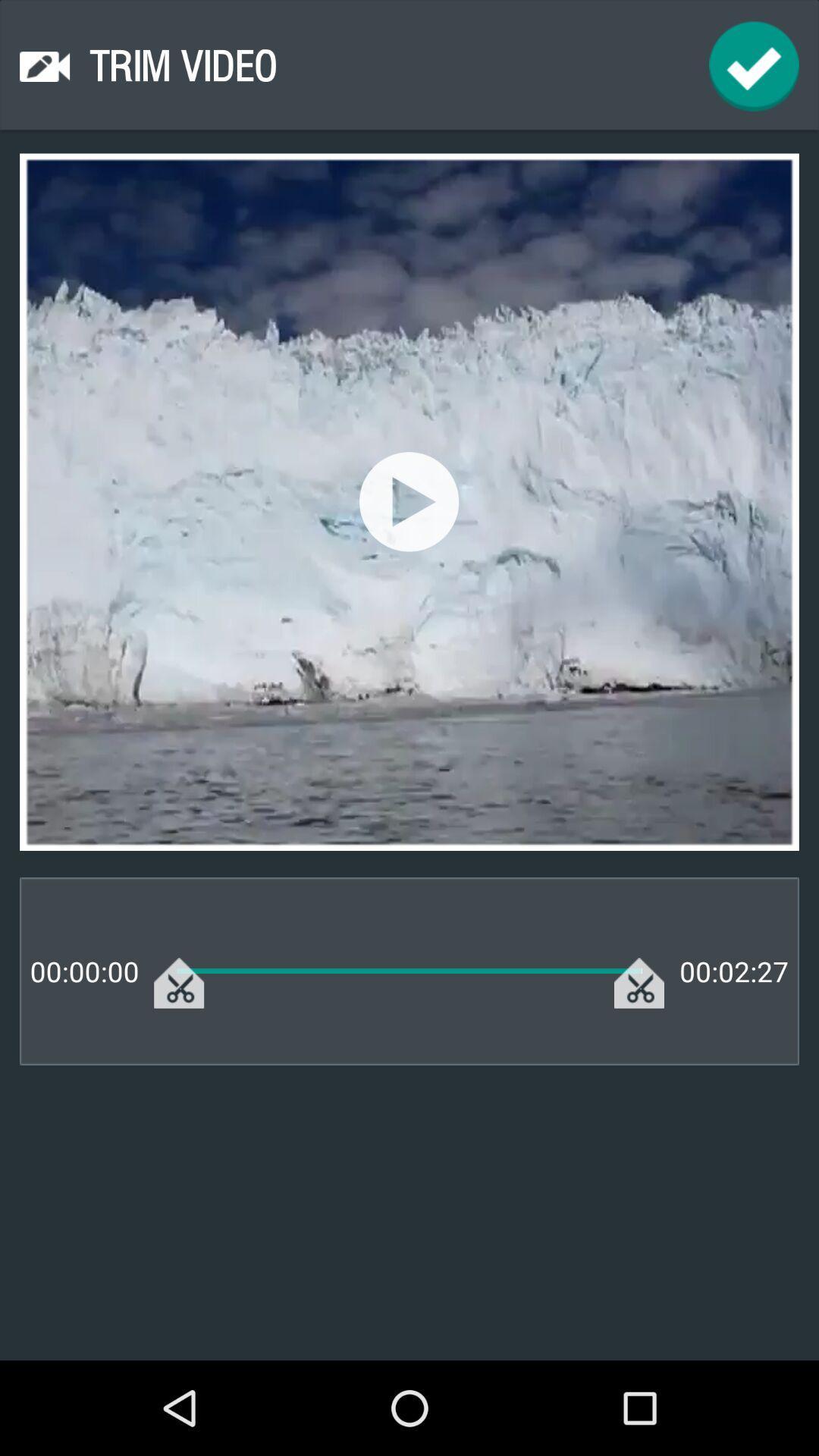 The image size is (819, 1456). Describe the element at coordinates (408, 501) in the screenshot. I see `the video` at that location.